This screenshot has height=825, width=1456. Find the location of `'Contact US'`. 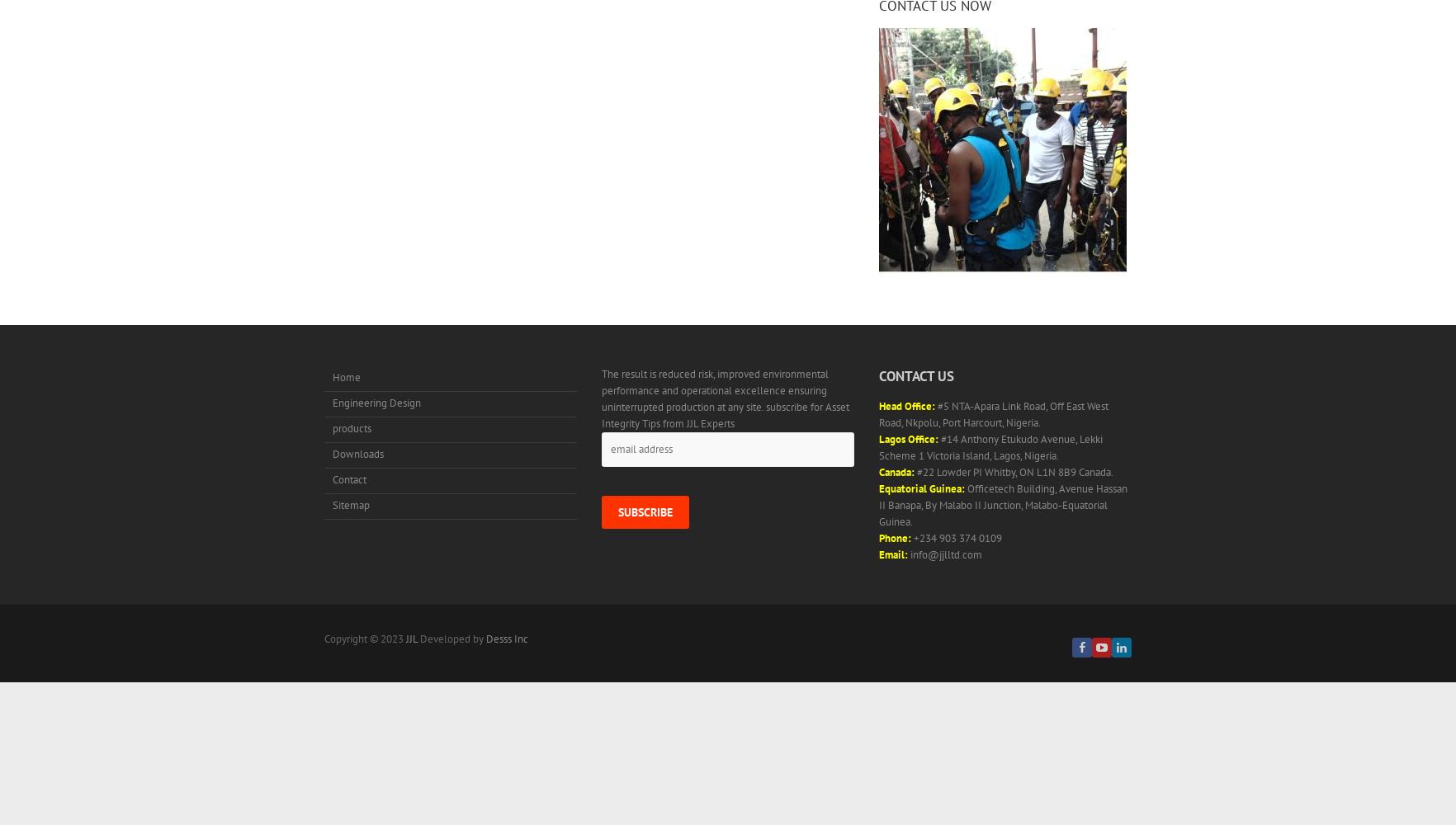

'Contact US' is located at coordinates (915, 375).